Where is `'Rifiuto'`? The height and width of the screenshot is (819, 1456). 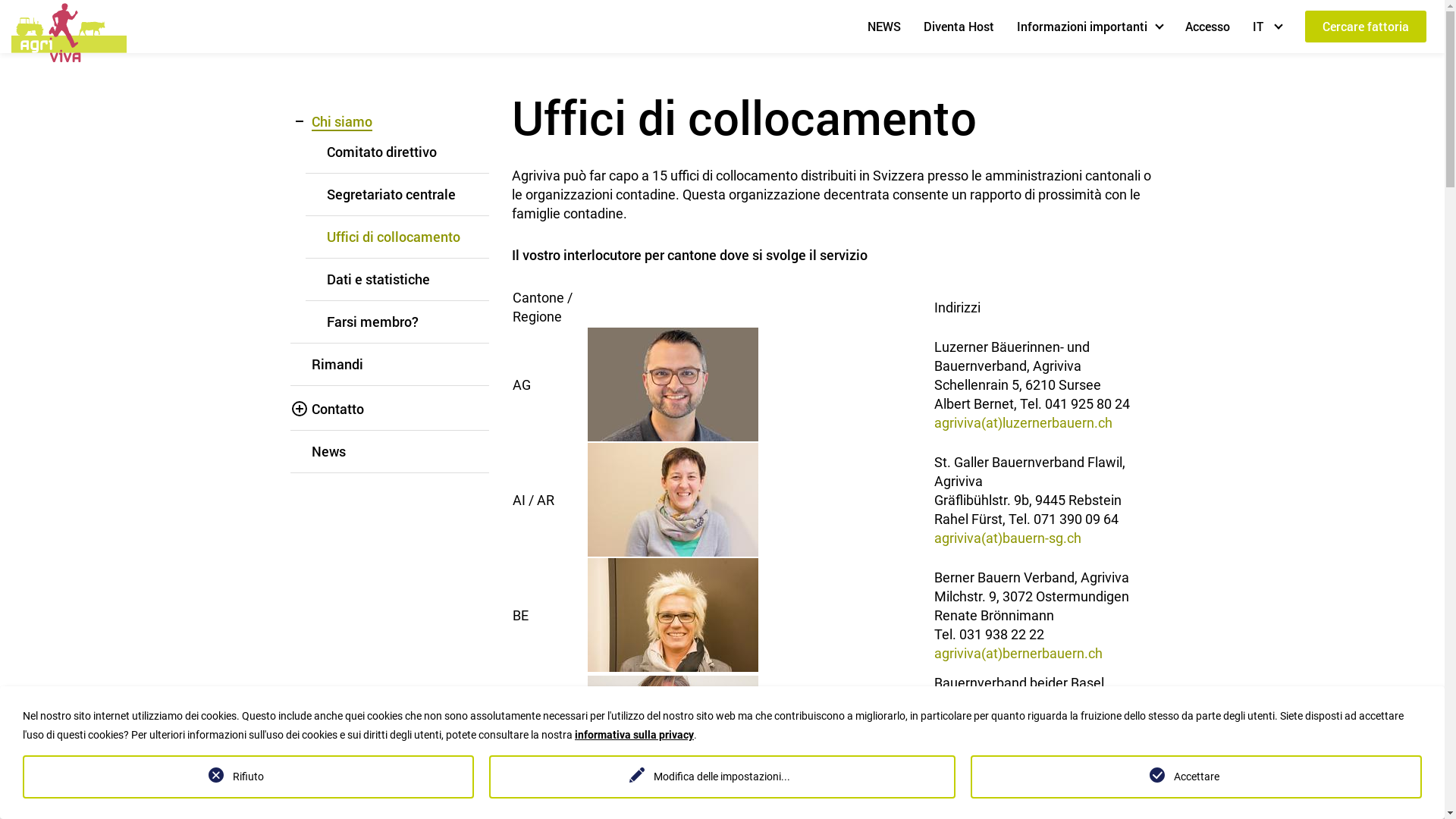 'Rifiuto' is located at coordinates (248, 777).